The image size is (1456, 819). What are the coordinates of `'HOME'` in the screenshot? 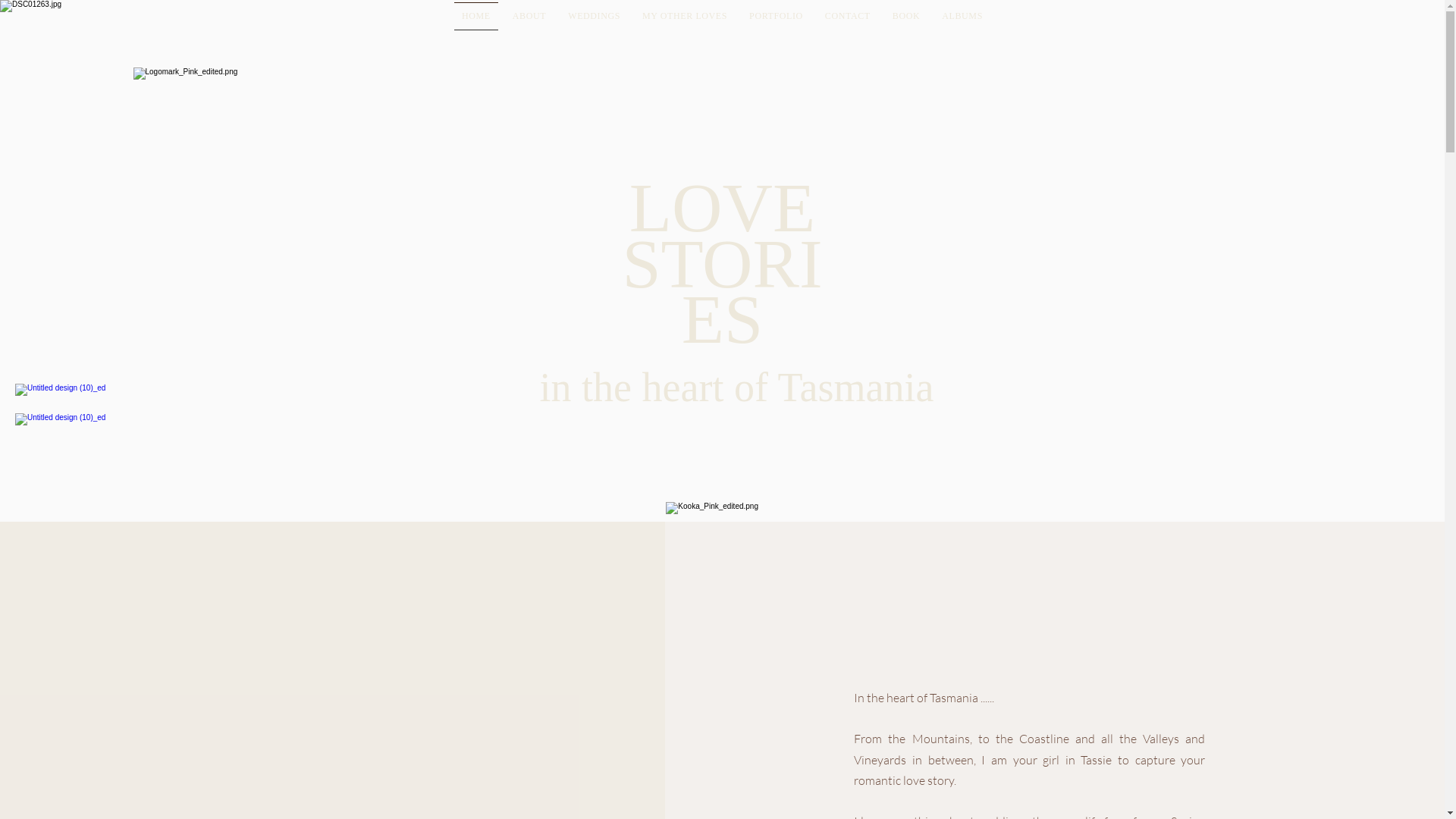 It's located at (475, 16).